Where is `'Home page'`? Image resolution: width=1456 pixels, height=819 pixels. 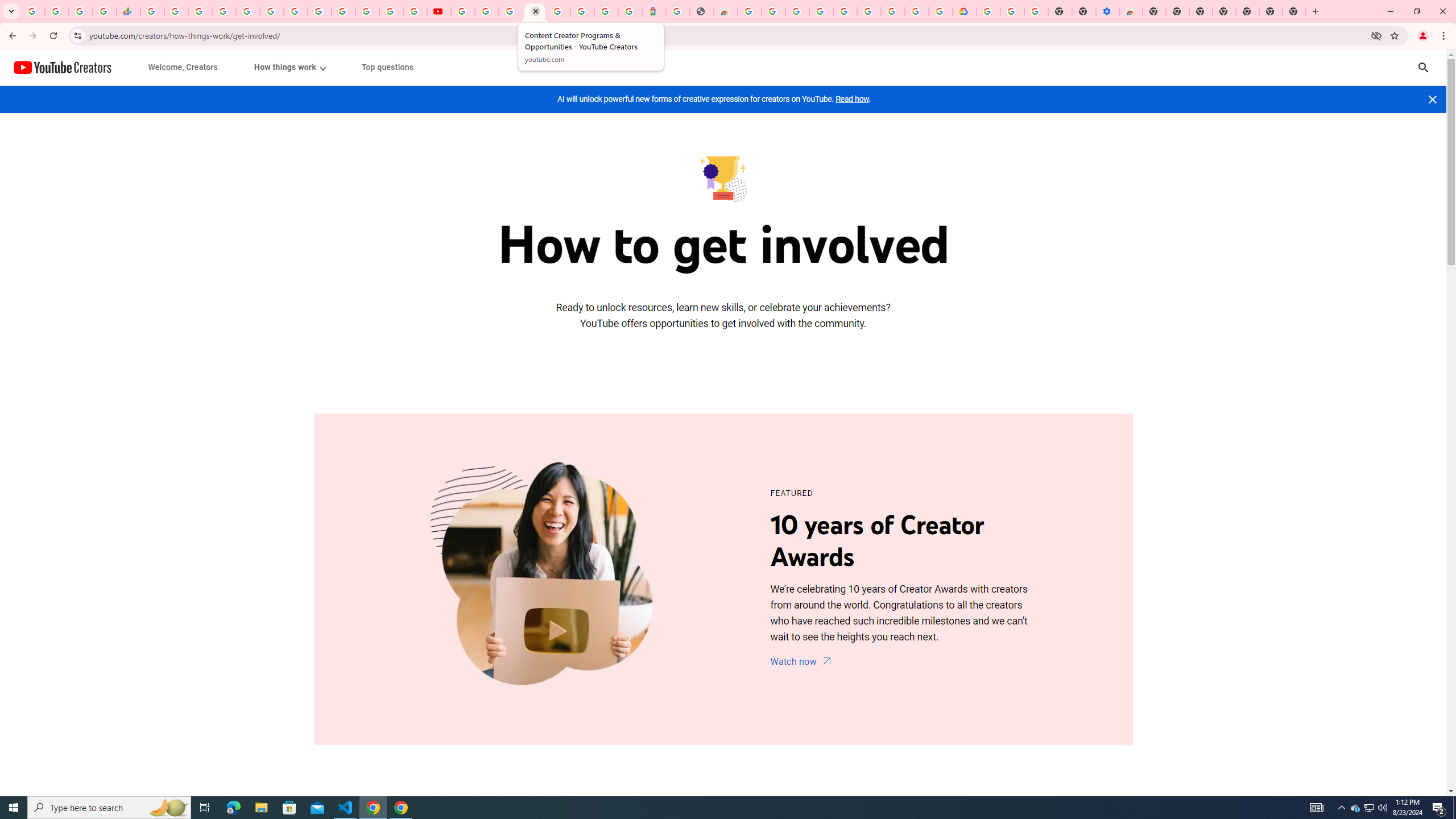 'Home page' is located at coordinates (63, 67).